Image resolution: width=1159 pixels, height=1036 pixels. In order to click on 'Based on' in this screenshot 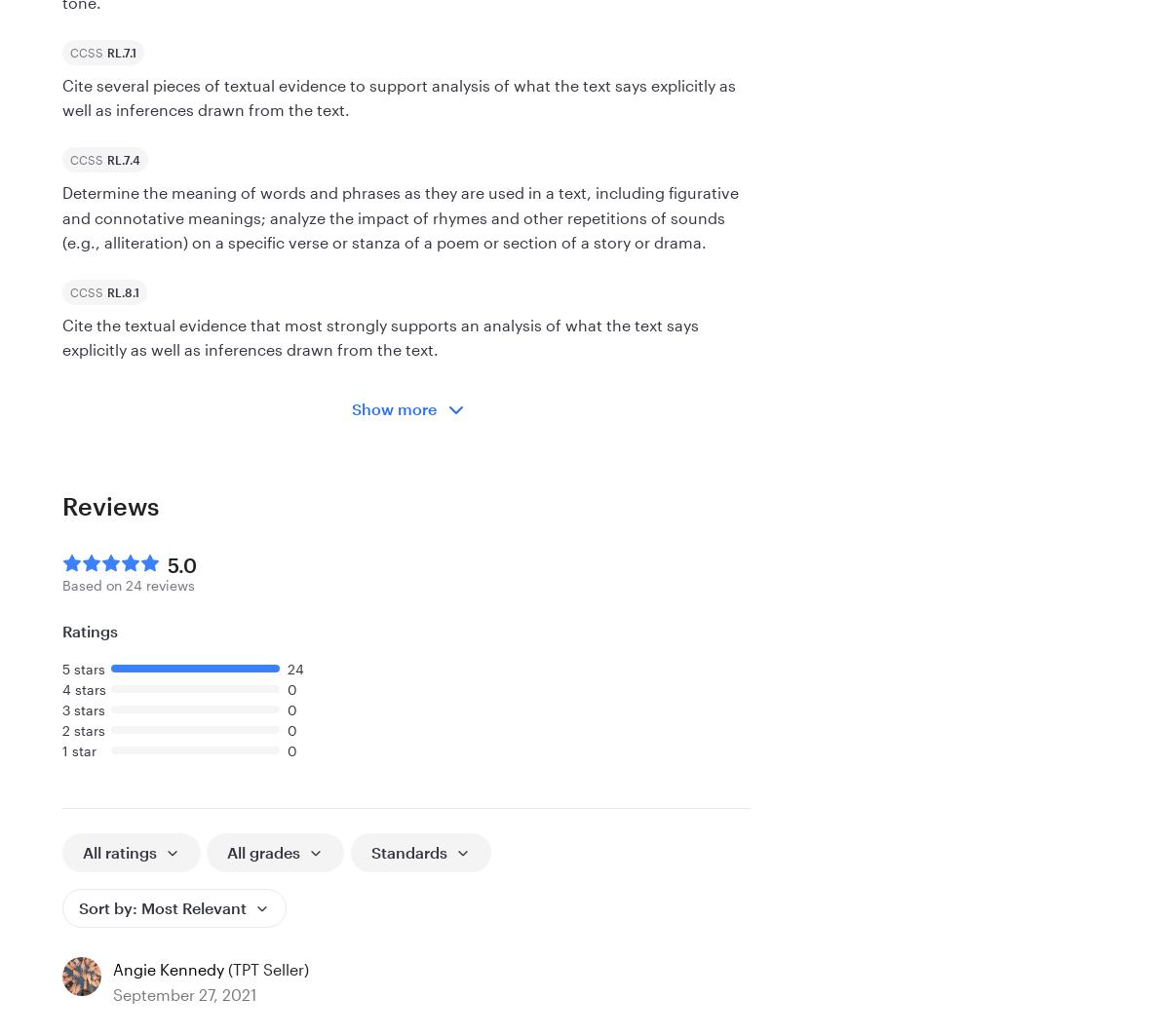, I will do `click(61, 583)`.